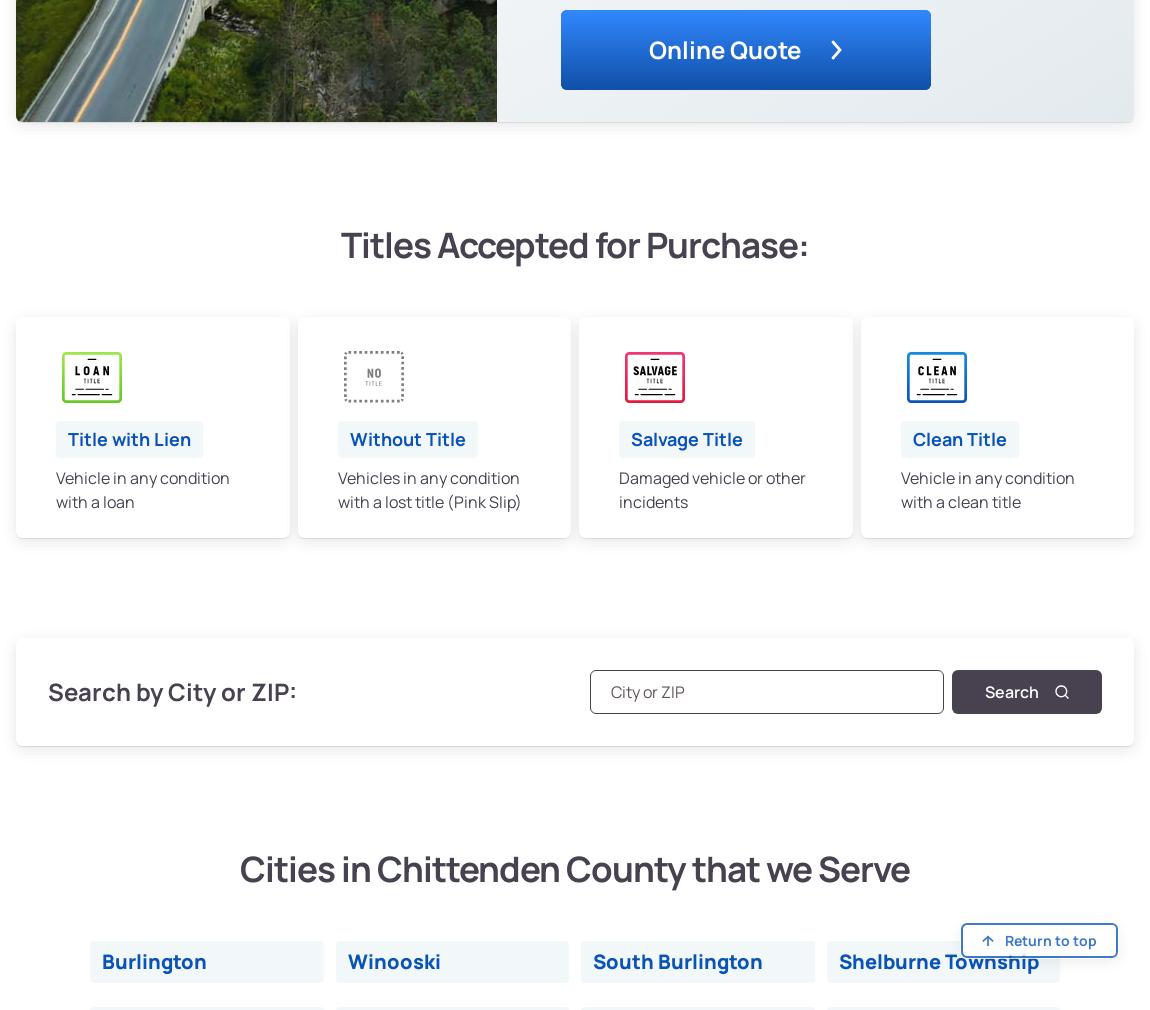  What do you see at coordinates (1012, 690) in the screenshot?
I see `'Search'` at bounding box center [1012, 690].